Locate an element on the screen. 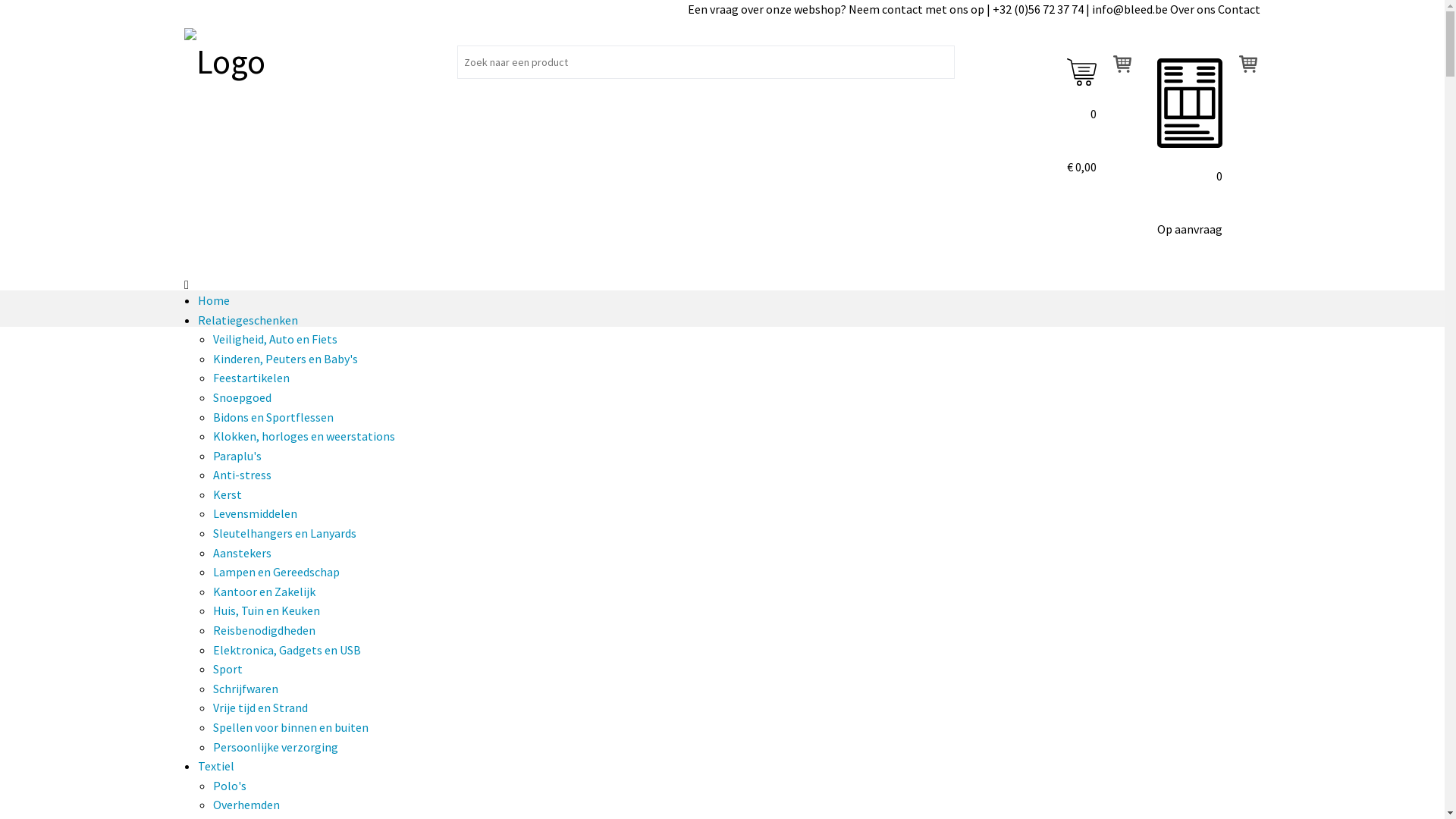 This screenshot has height=819, width=1456. 'Snoepgoed' is located at coordinates (212, 397).